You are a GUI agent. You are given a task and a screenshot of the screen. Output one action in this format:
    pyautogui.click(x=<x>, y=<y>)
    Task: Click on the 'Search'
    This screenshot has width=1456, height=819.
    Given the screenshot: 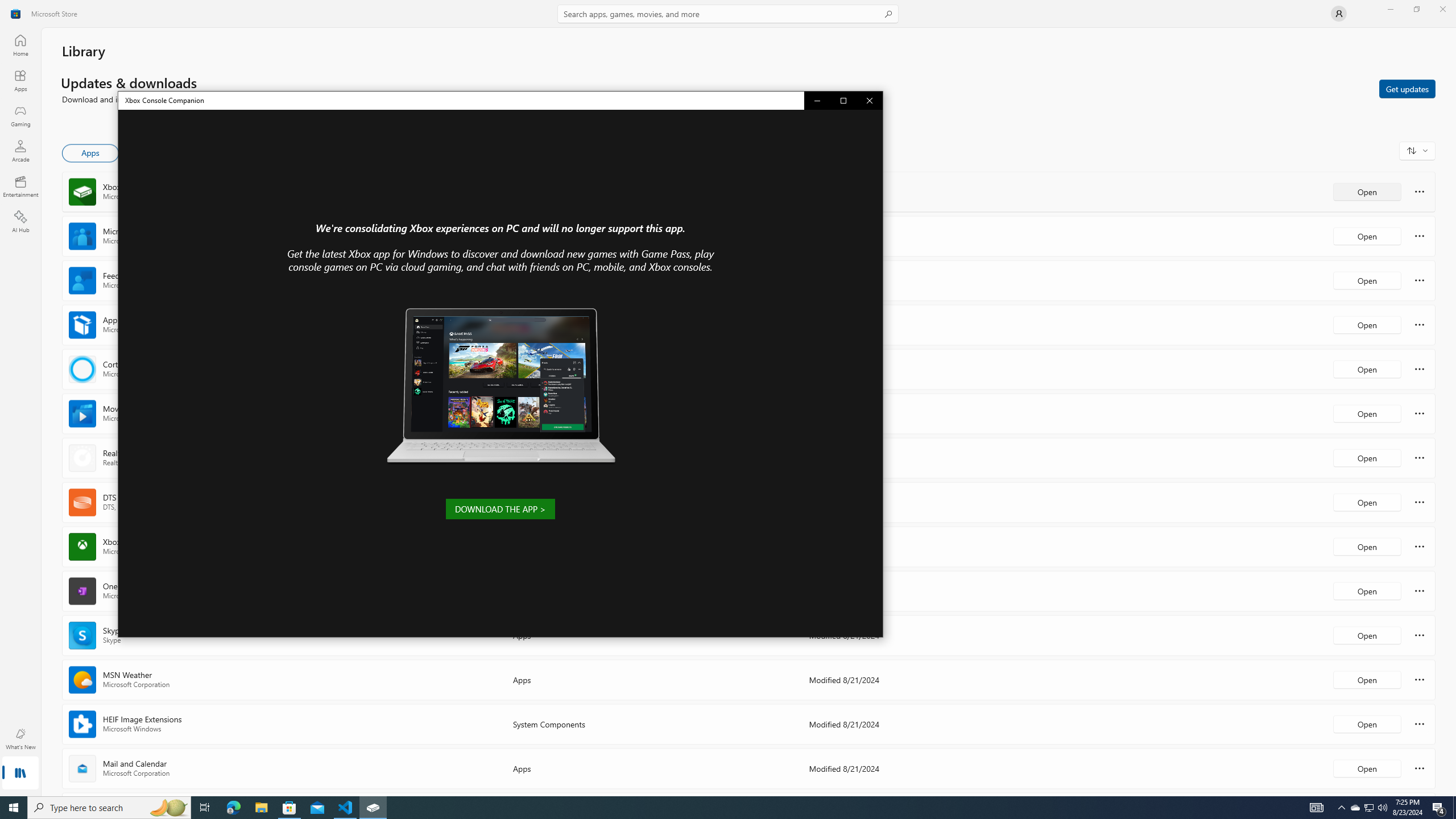 What is the action you would take?
    pyautogui.click(x=728, y=13)
    